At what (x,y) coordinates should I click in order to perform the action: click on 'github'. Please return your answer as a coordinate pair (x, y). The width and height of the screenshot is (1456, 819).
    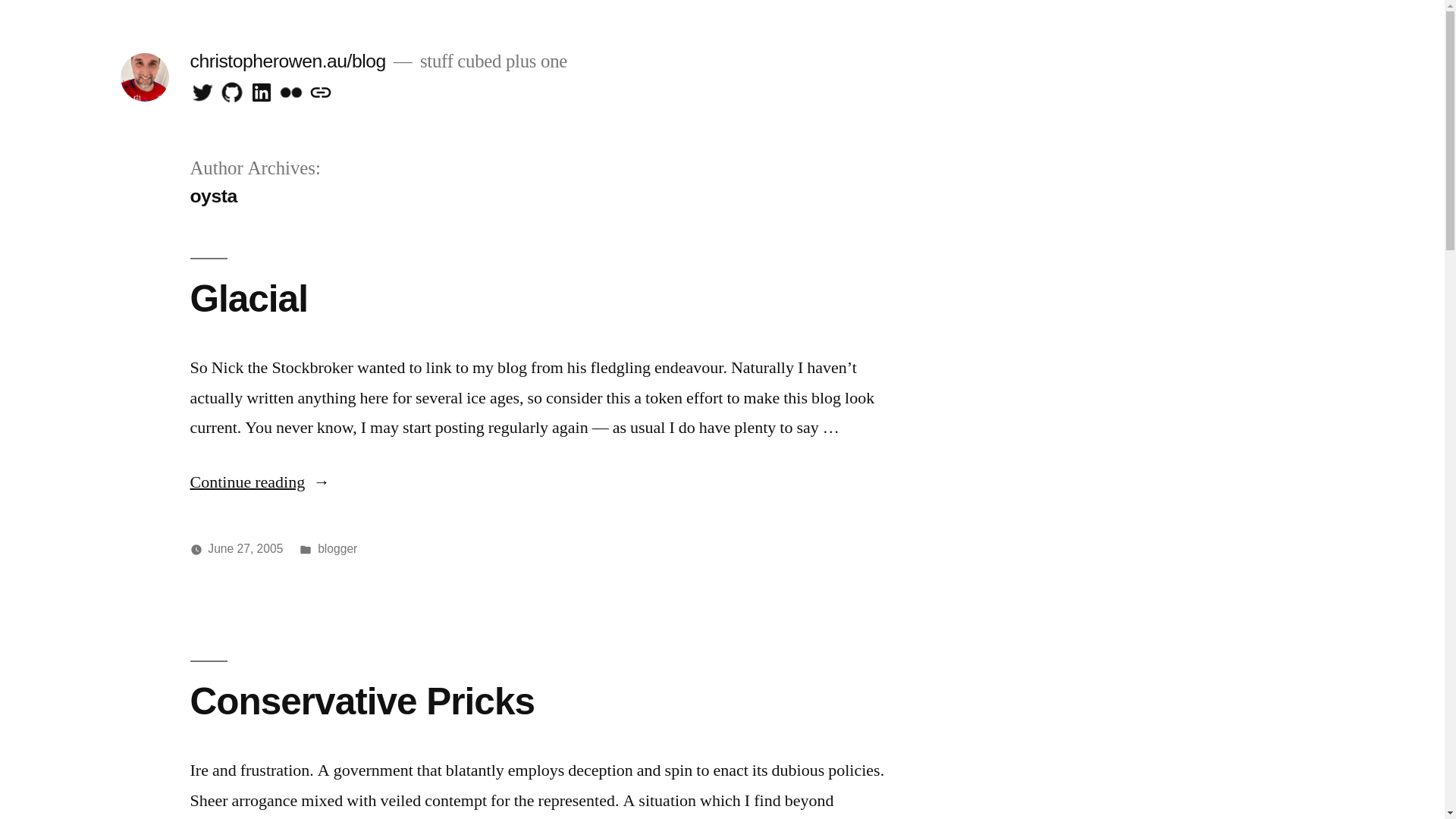
    Looking at the image, I should click on (231, 93).